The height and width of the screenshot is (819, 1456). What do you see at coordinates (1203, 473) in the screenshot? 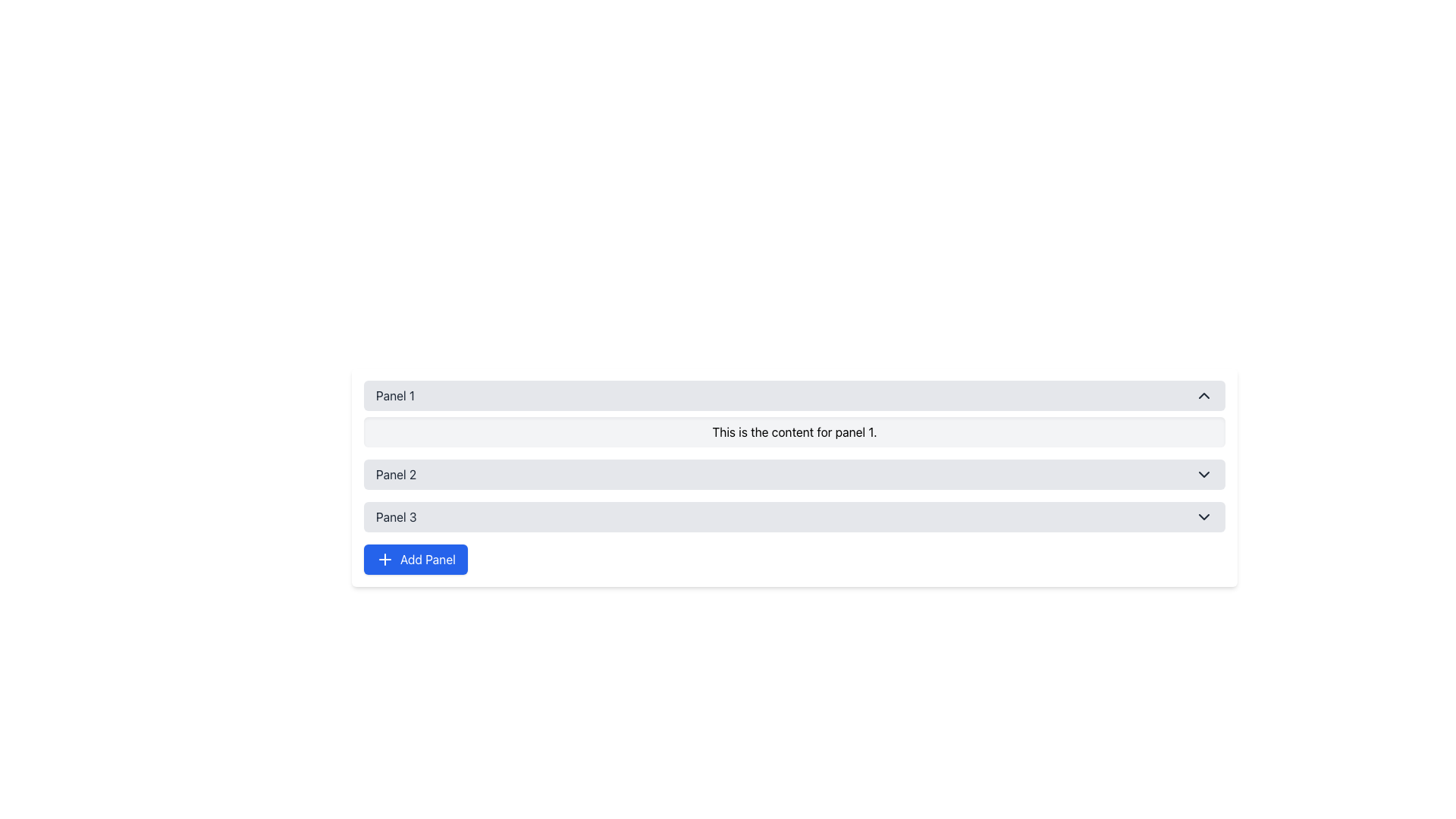
I see `the downward-pointing chevron icon located at the right end of the 'Panel 2' header` at bounding box center [1203, 473].